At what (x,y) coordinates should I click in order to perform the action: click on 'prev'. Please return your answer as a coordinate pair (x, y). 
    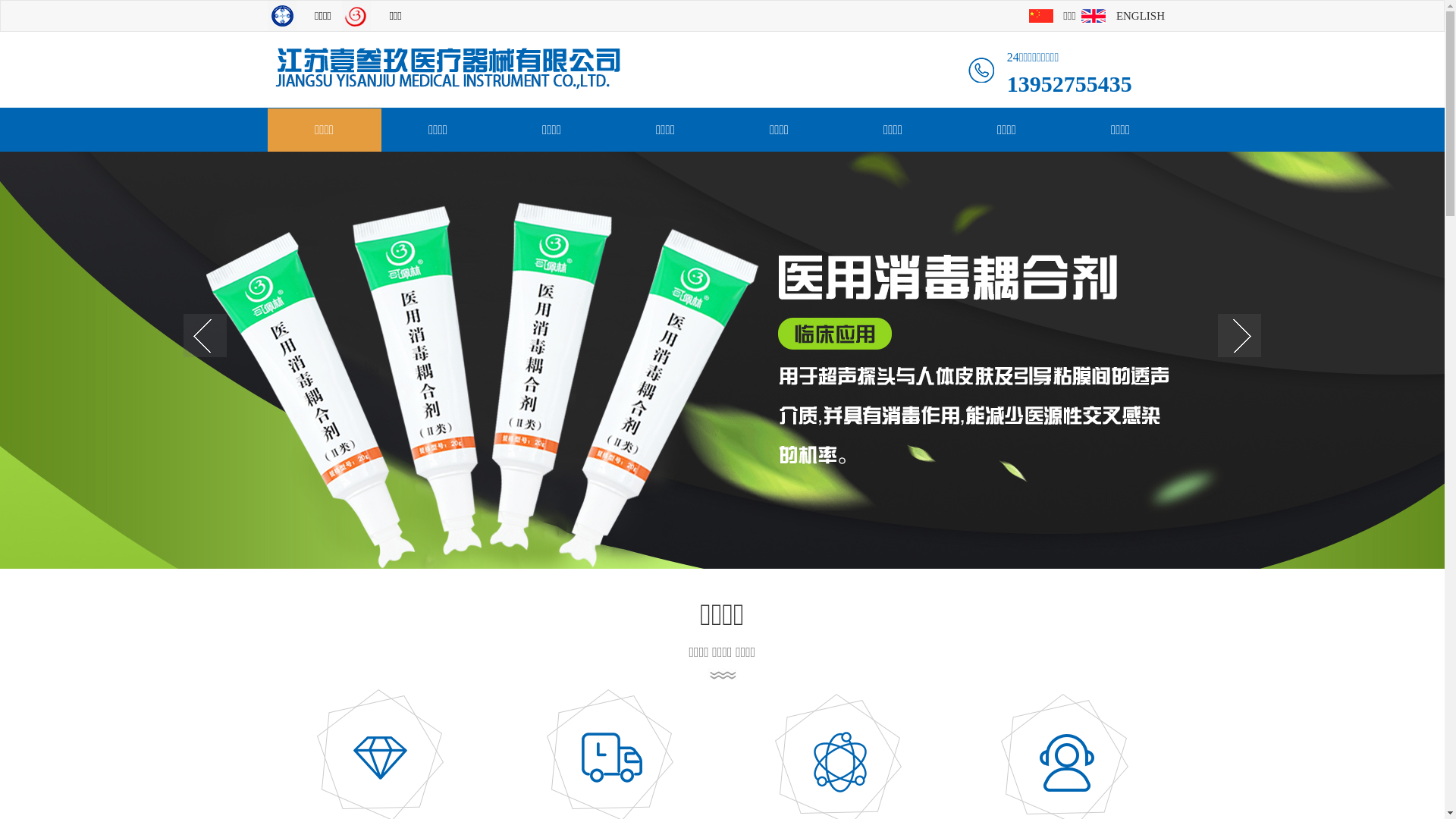
    Looking at the image, I should click on (204, 336).